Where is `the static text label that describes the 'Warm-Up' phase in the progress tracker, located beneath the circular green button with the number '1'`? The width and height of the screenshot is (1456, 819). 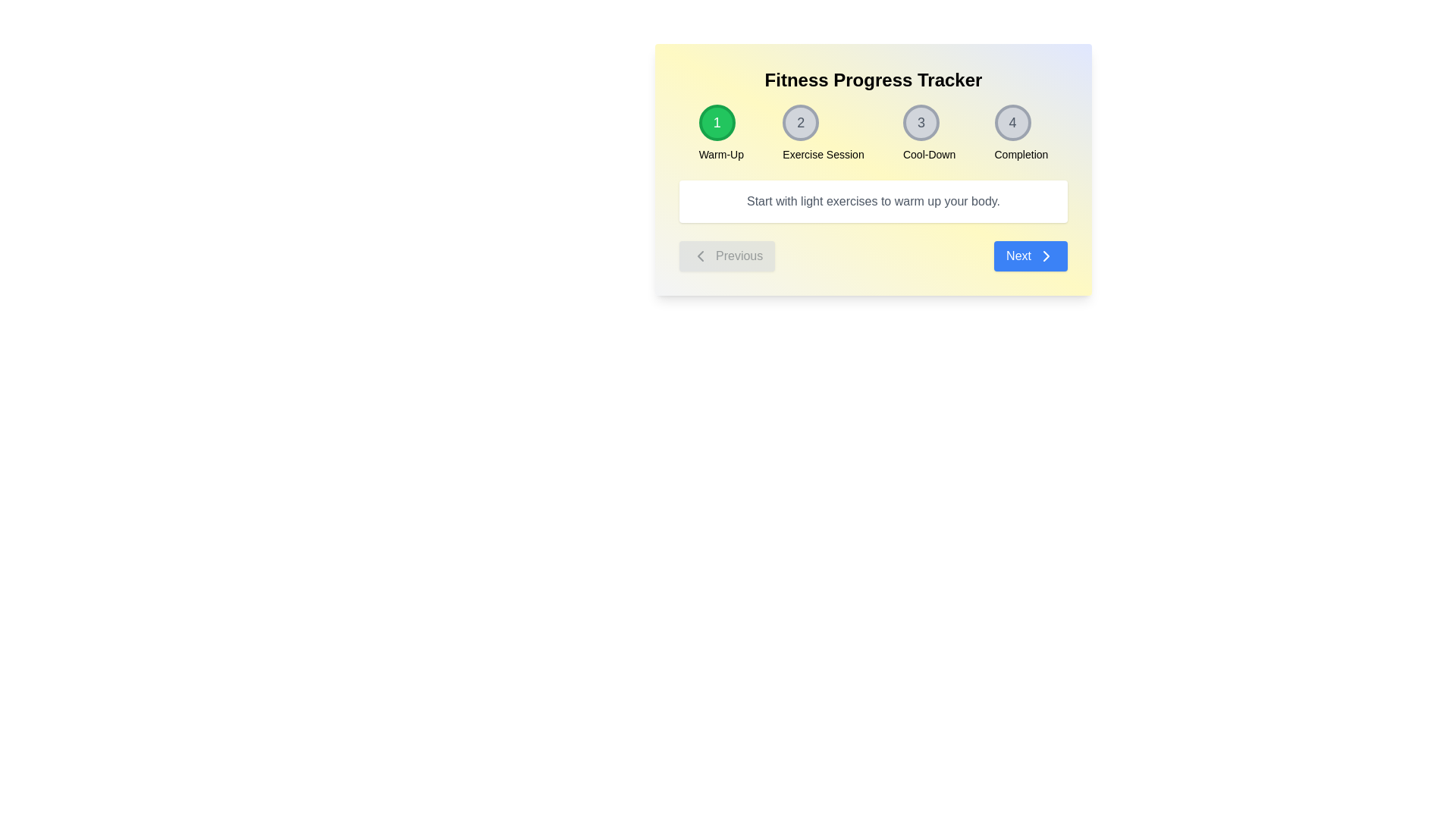 the static text label that describes the 'Warm-Up' phase in the progress tracker, located beneath the circular green button with the number '1' is located at coordinates (720, 155).